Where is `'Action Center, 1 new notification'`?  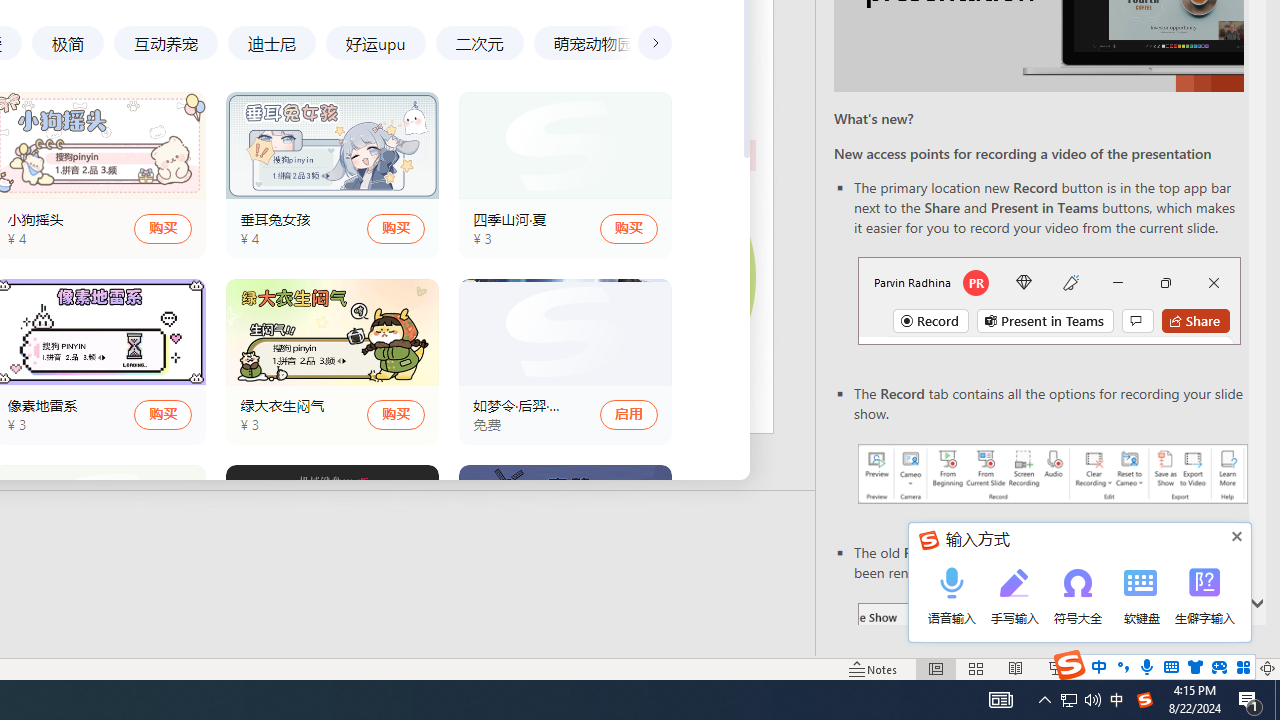 'Action Center, 1 new notification' is located at coordinates (1250, 698).